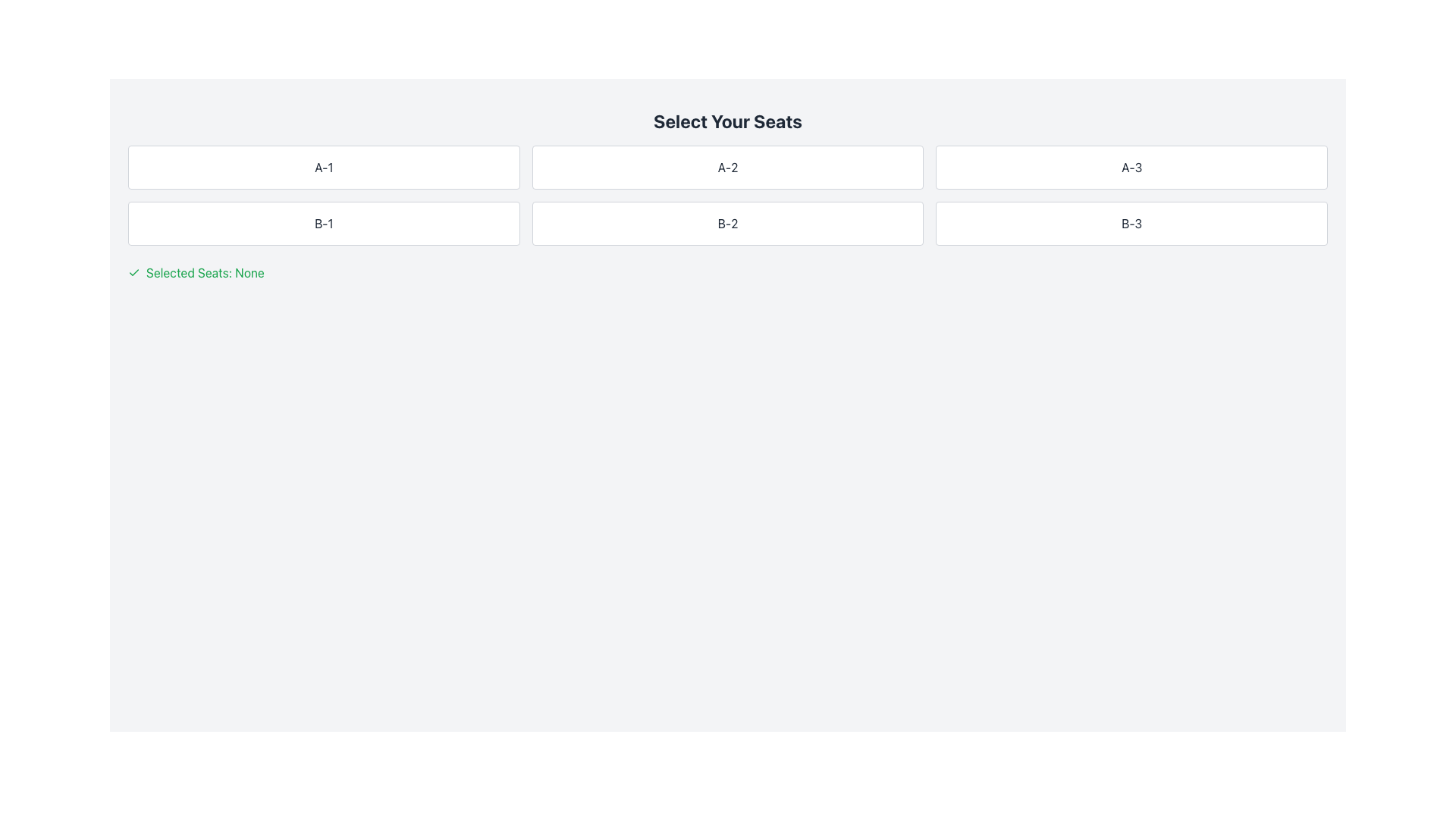  Describe the element at coordinates (323, 167) in the screenshot. I see `the rectangular button labeled 'A-1' located in the top-left corner of the grid layout` at that location.